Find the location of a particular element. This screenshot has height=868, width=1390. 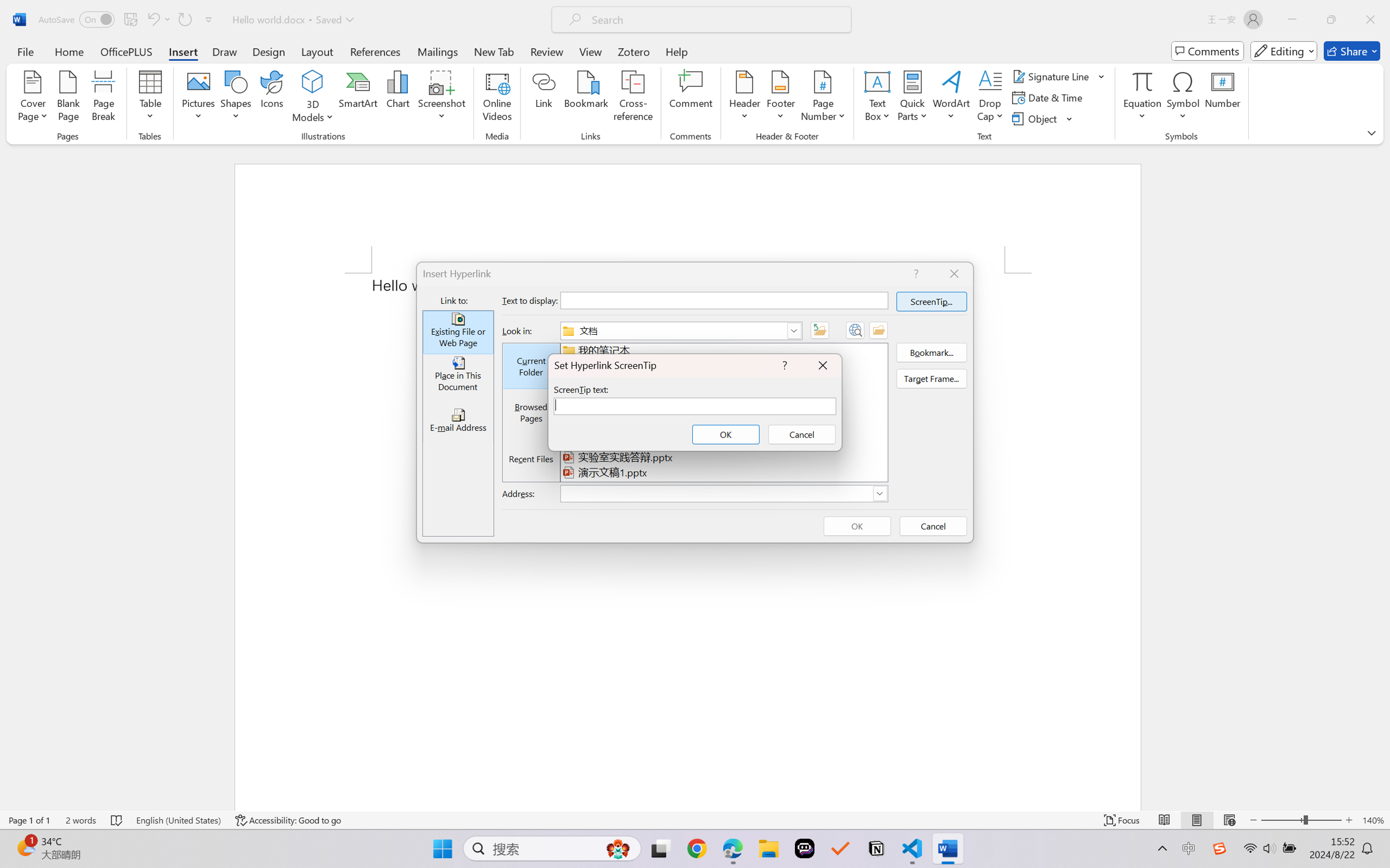

'RichEdit Control' is located at coordinates (695, 405).